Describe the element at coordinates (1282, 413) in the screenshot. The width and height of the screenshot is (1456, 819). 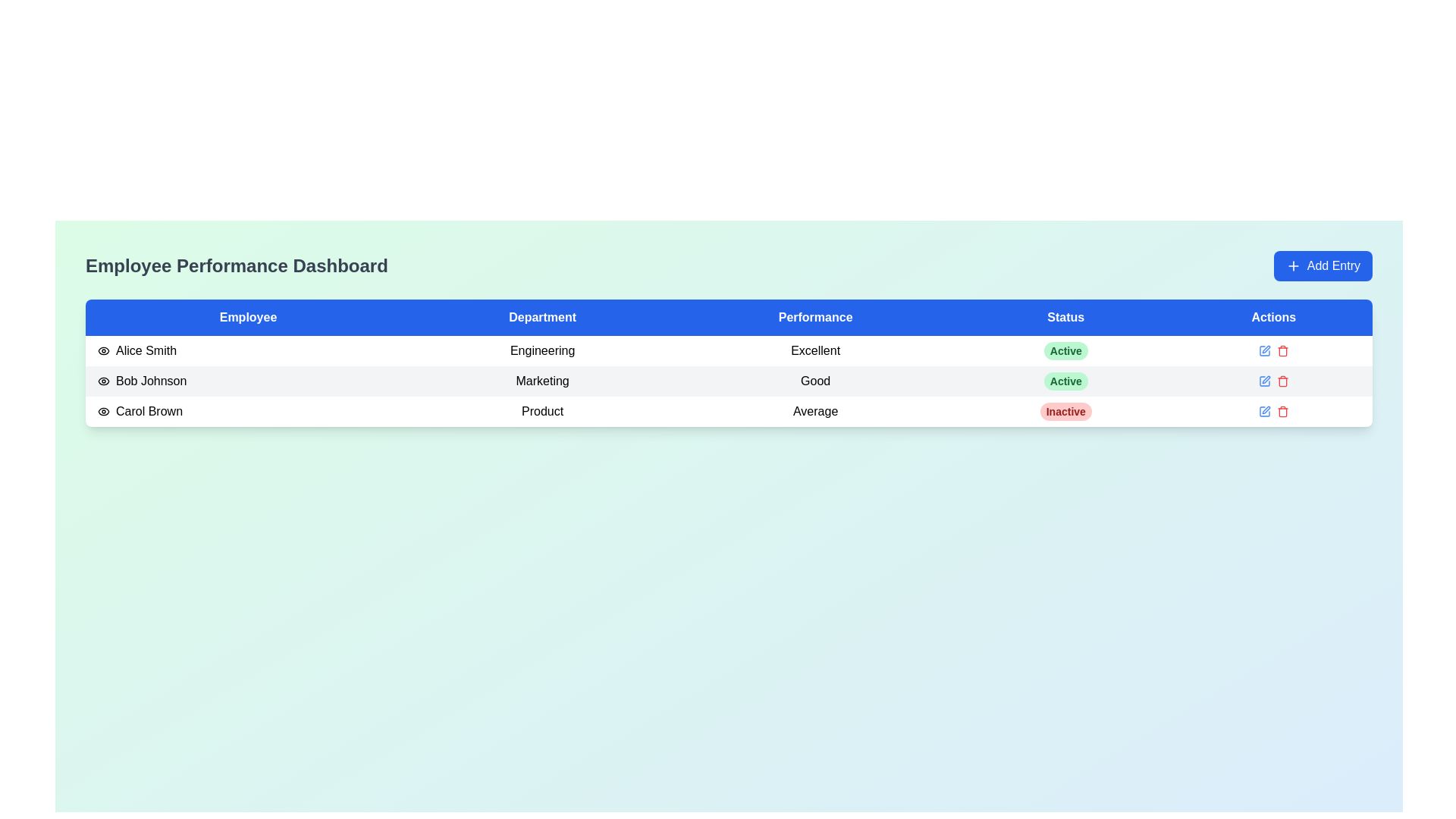
I see `the trash can icon located in the 'Actions' column of the last row of the table` at that location.